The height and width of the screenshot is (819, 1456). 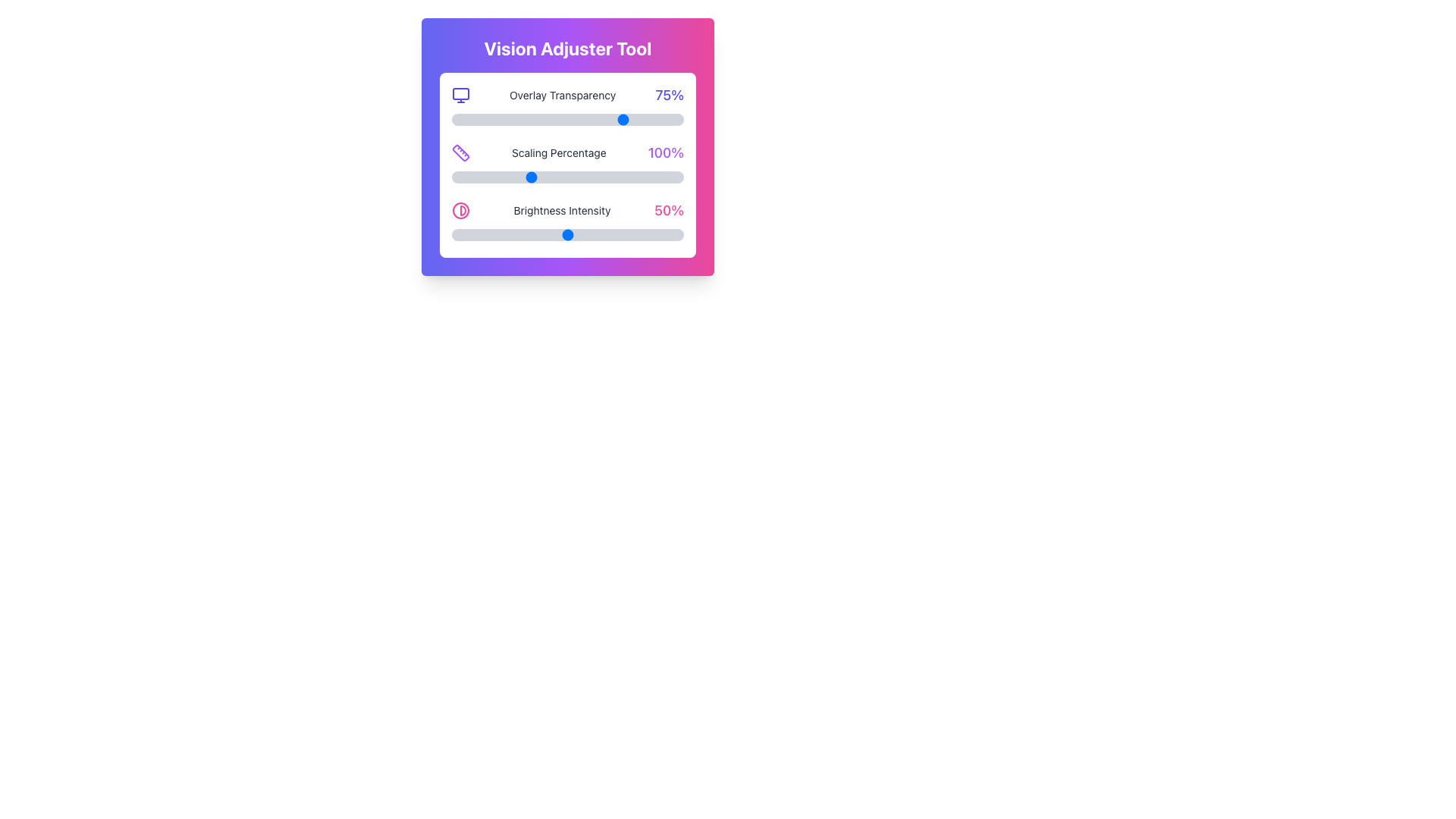 What do you see at coordinates (460, 96) in the screenshot?
I see `the icon representing 'Overlay Transparency', which is located to the left of the text 'Overlay Transparency' and is the first noticeable element in the row` at bounding box center [460, 96].